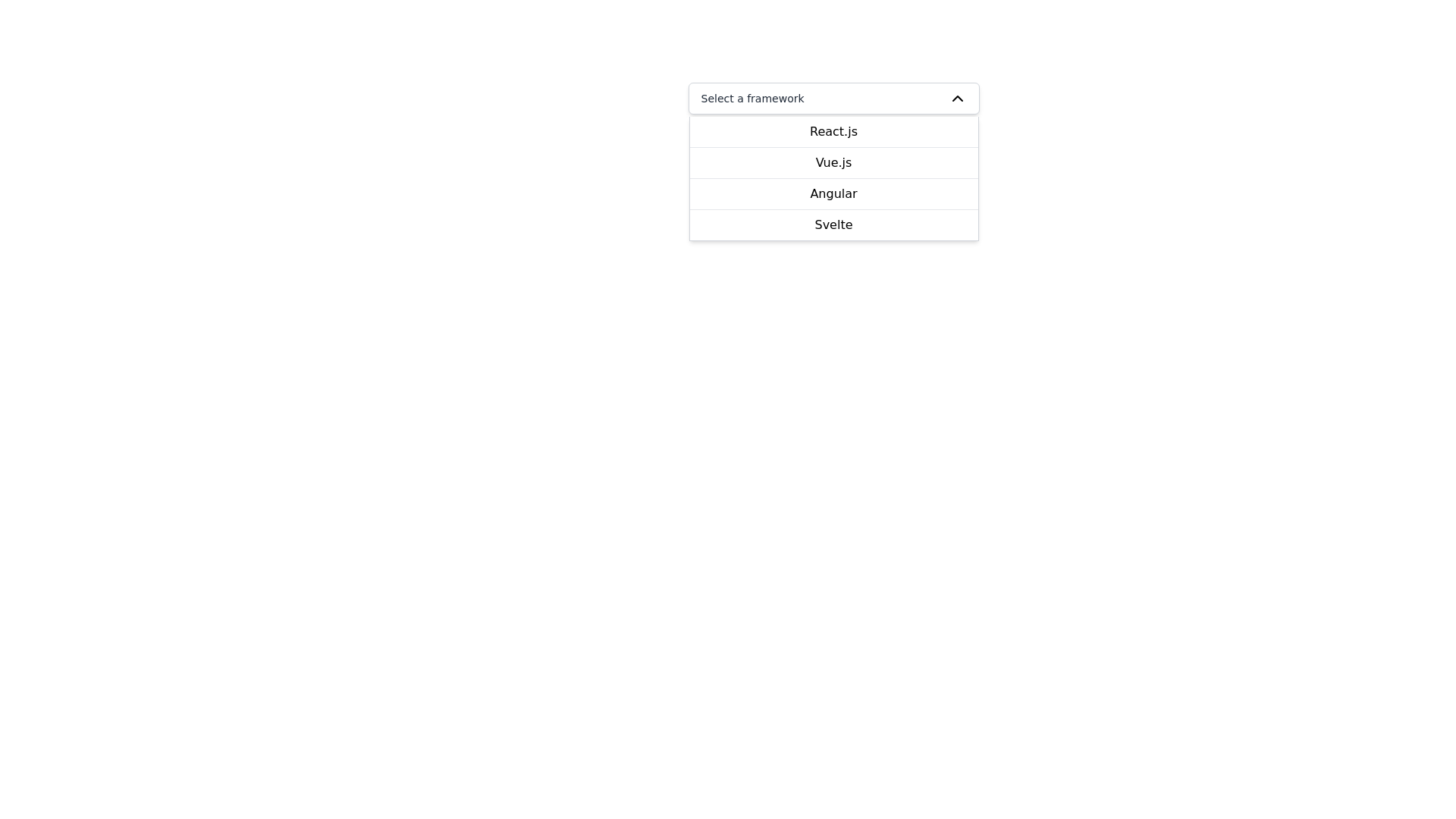 This screenshot has height=819, width=1456. I want to click on context message from the descriptive text label located below the 'Select a framework' dropdown menu, which is presented in a small gray font, so click(833, 134).